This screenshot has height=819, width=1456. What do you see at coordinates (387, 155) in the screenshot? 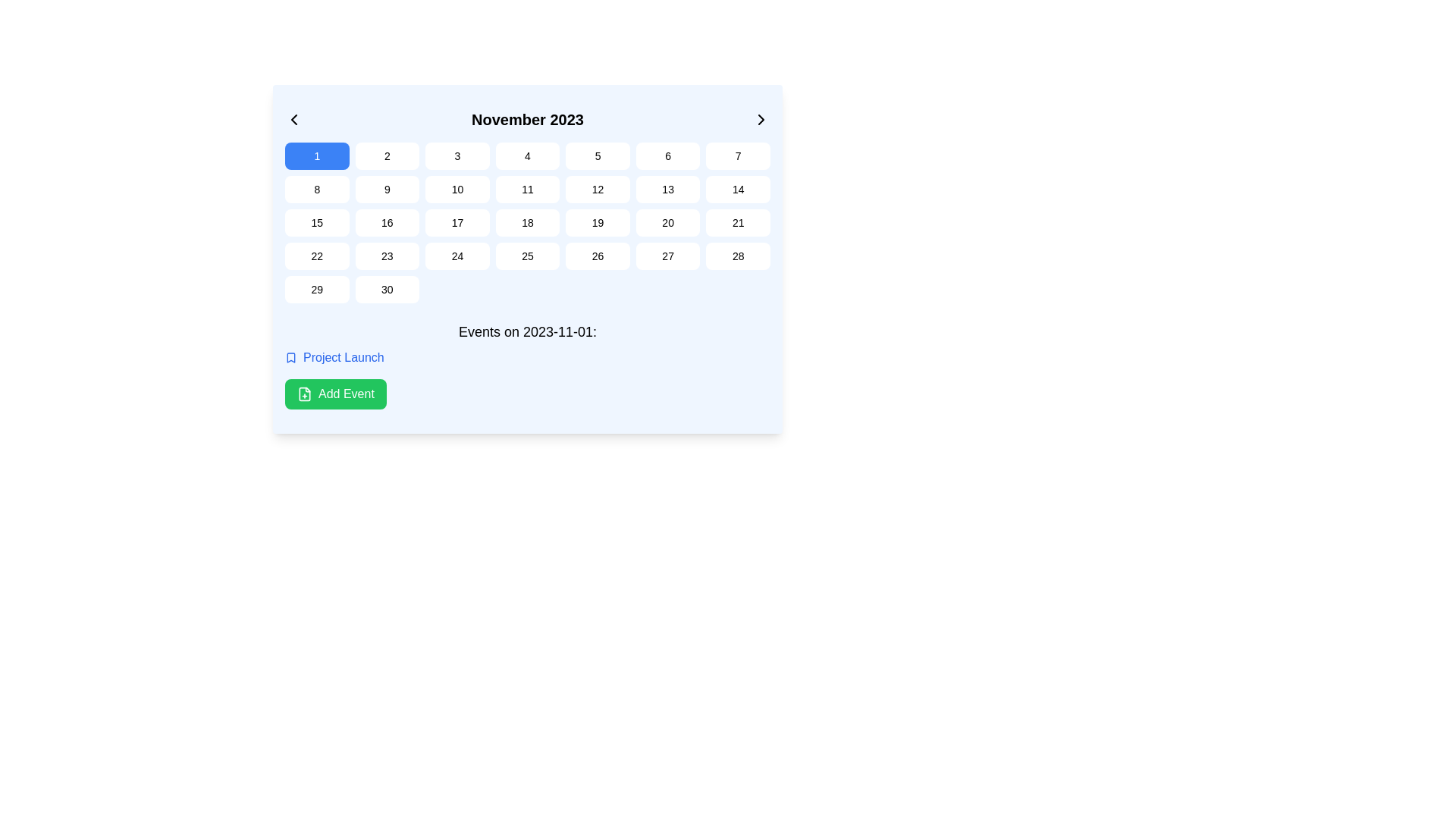
I see `the clickable date cell for the date '2' in the calendar component` at bounding box center [387, 155].